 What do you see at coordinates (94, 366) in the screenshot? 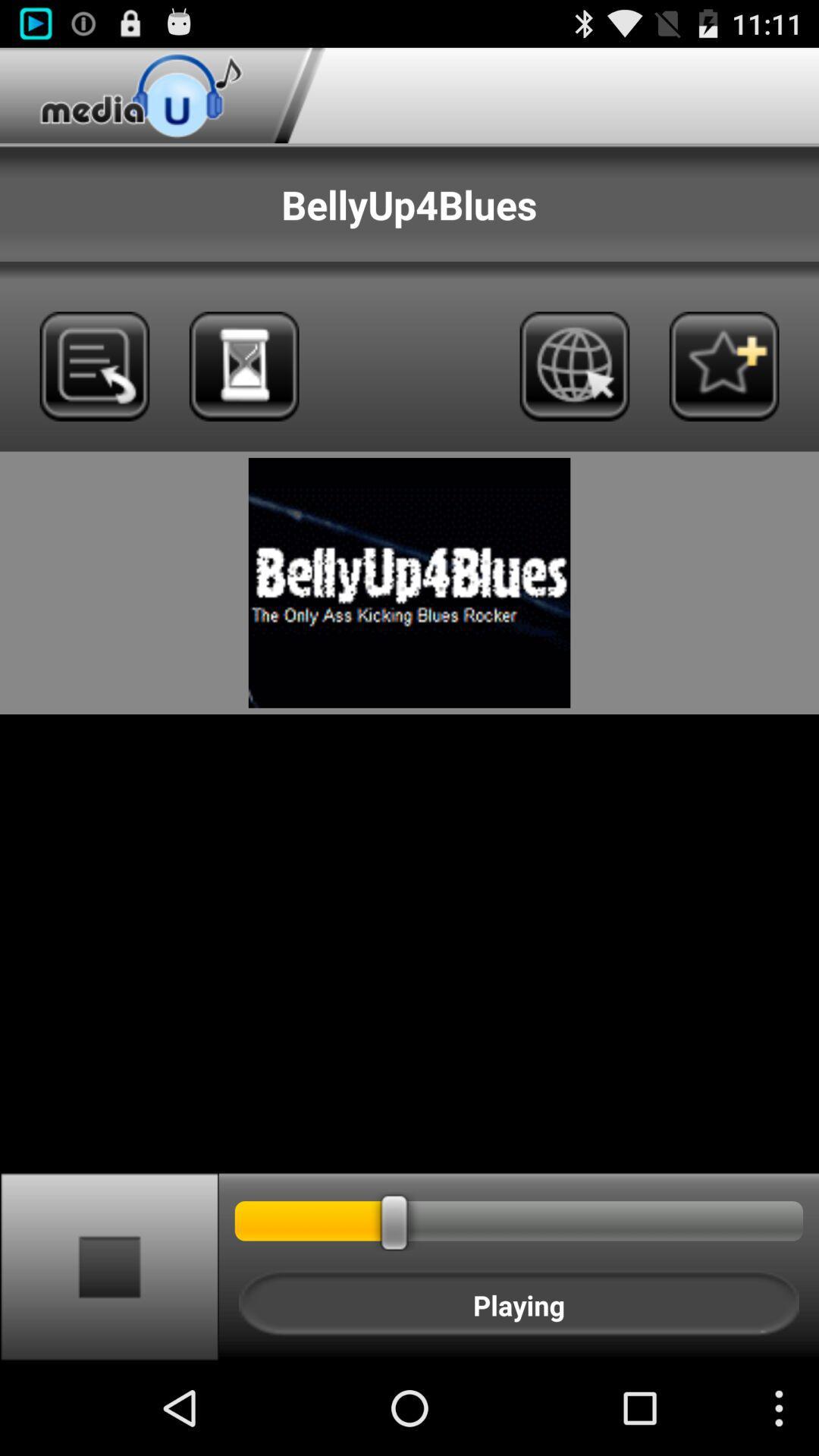
I see `open/close menu` at bounding box center [94, 366].